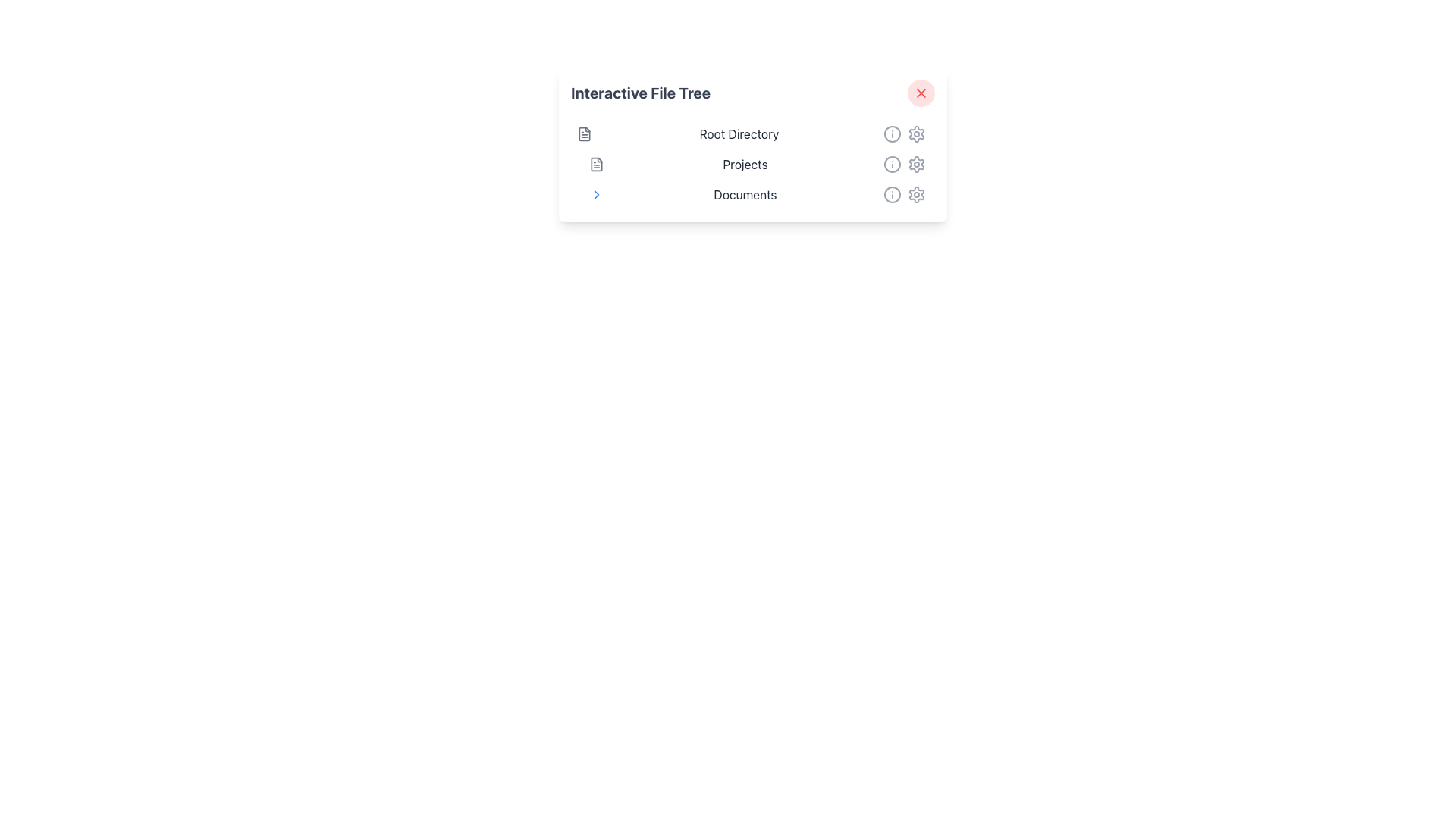  Describe the element at coordinates (753, 164) in the screenshot. I see `the second item` at that location.